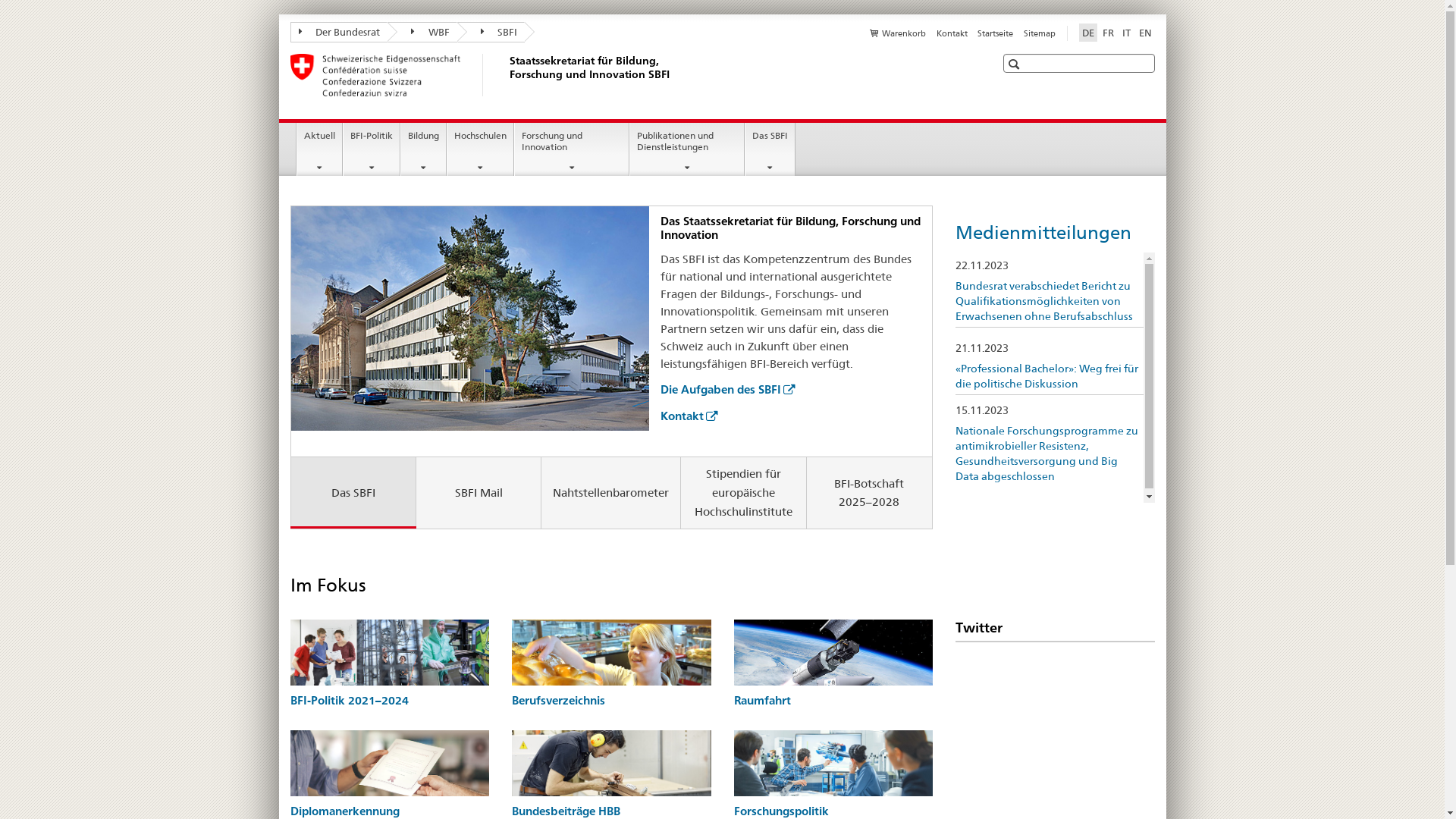  I want to click on 'Forschung und Innovation', so click(514, 149).